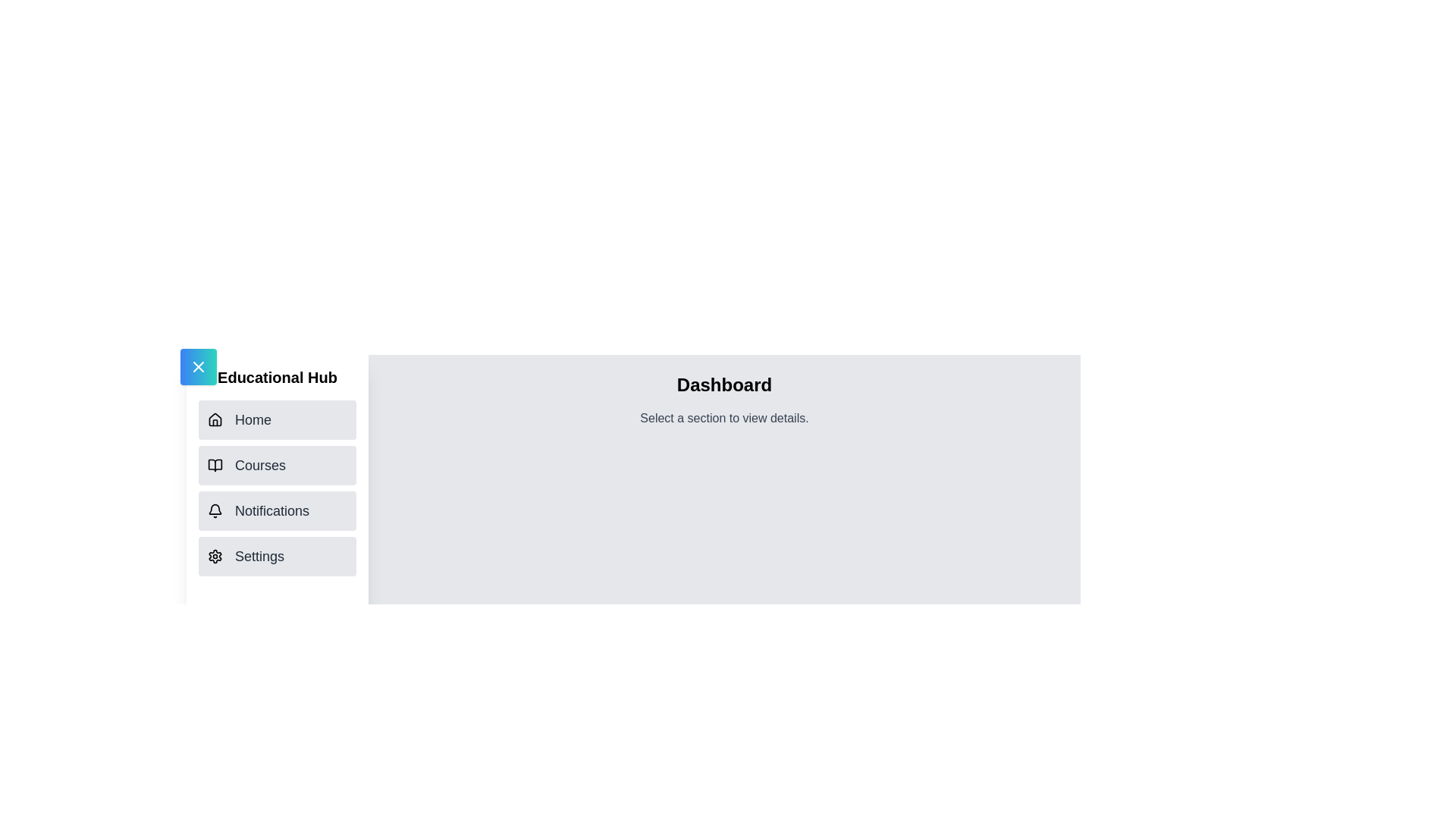 The width and height of the screenshot is (1456, 819). I want to click on the navigation item Courses, so click(277, 464).